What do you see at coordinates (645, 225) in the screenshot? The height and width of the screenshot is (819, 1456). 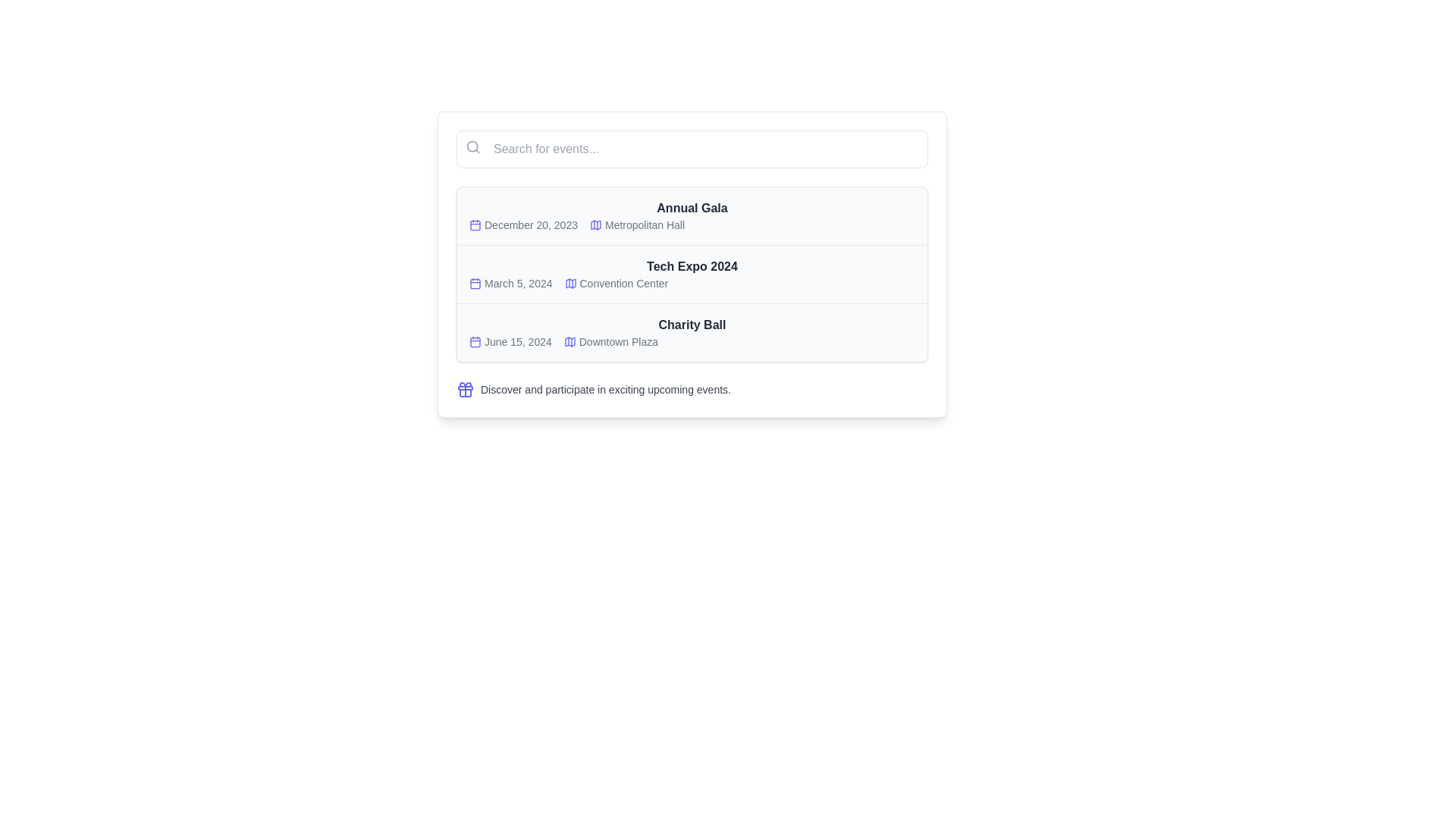 I see `the text label 'Metropolitan Hall', which is part of the first event in the list under the header 'Annual Gala'` at bounding box center [645, 225].